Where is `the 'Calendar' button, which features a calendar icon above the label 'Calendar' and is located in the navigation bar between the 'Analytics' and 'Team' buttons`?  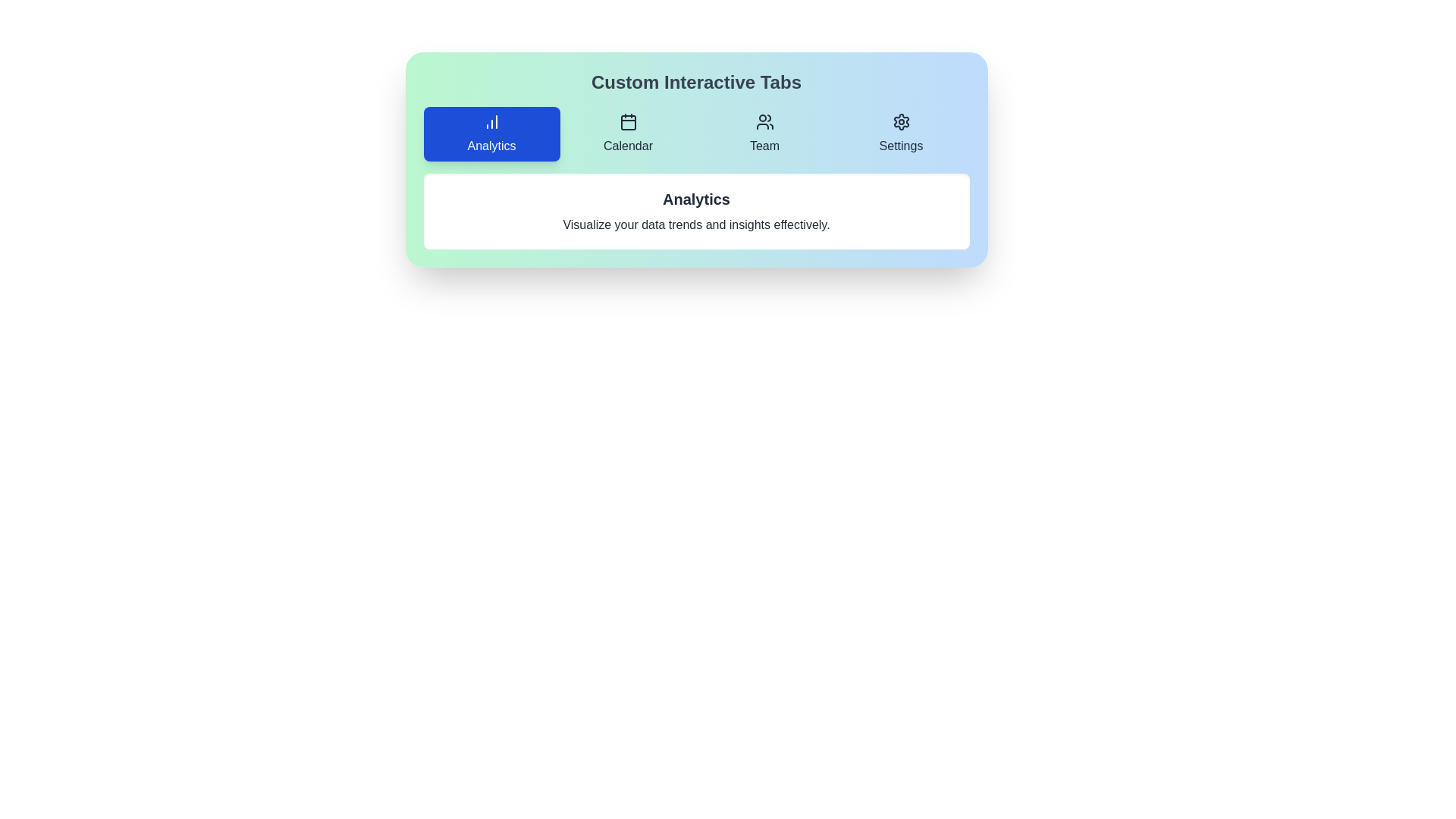
the 'Calendar' button, which features a calendar icon above the label 'Calendar' and is located in the navigation bar between the 'Analytics' and 'Team' buttons is located at coordinates (628, 133).